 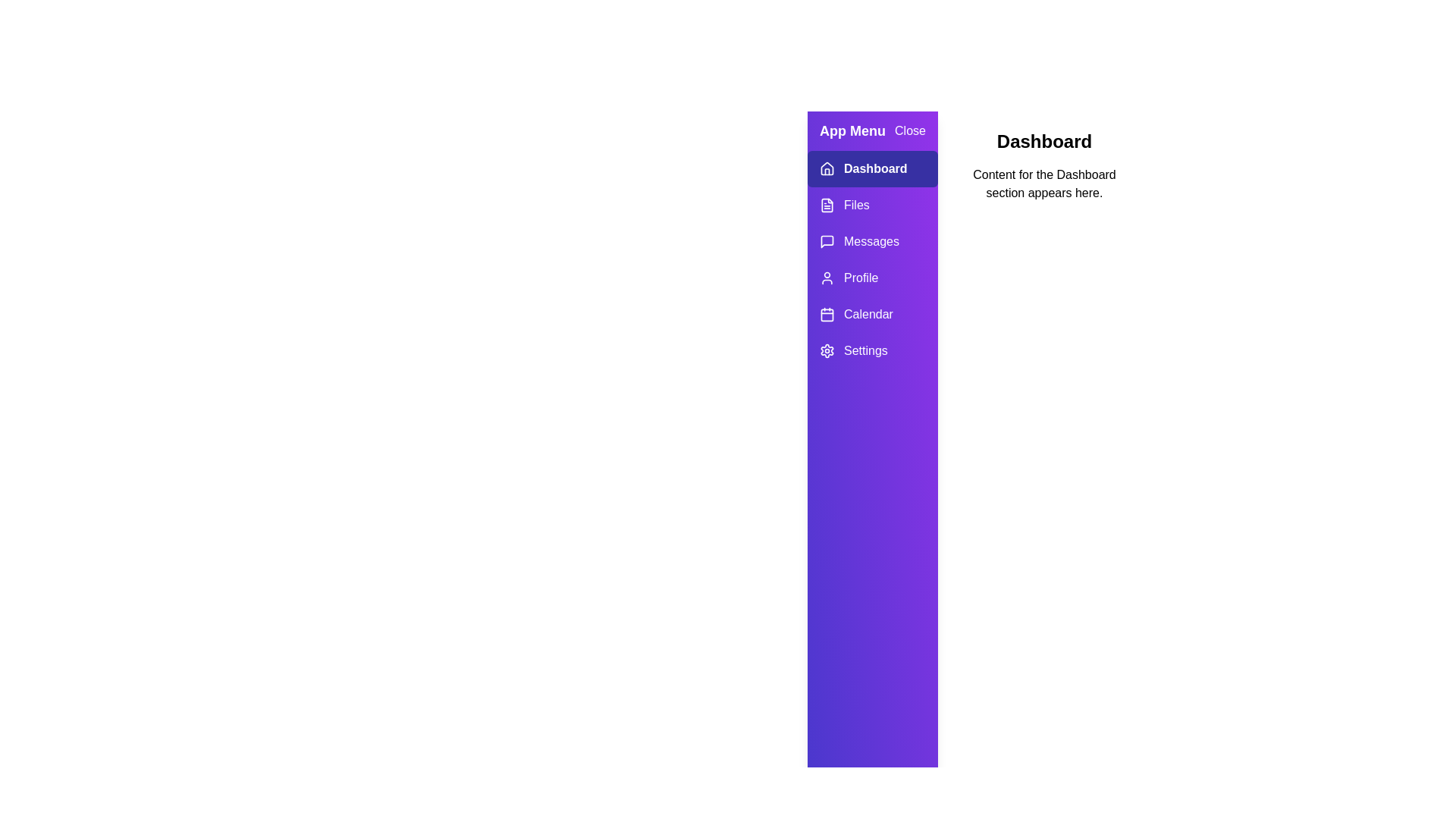 I want to click on the Profile tab in the menu, so click(x=872, y=278).